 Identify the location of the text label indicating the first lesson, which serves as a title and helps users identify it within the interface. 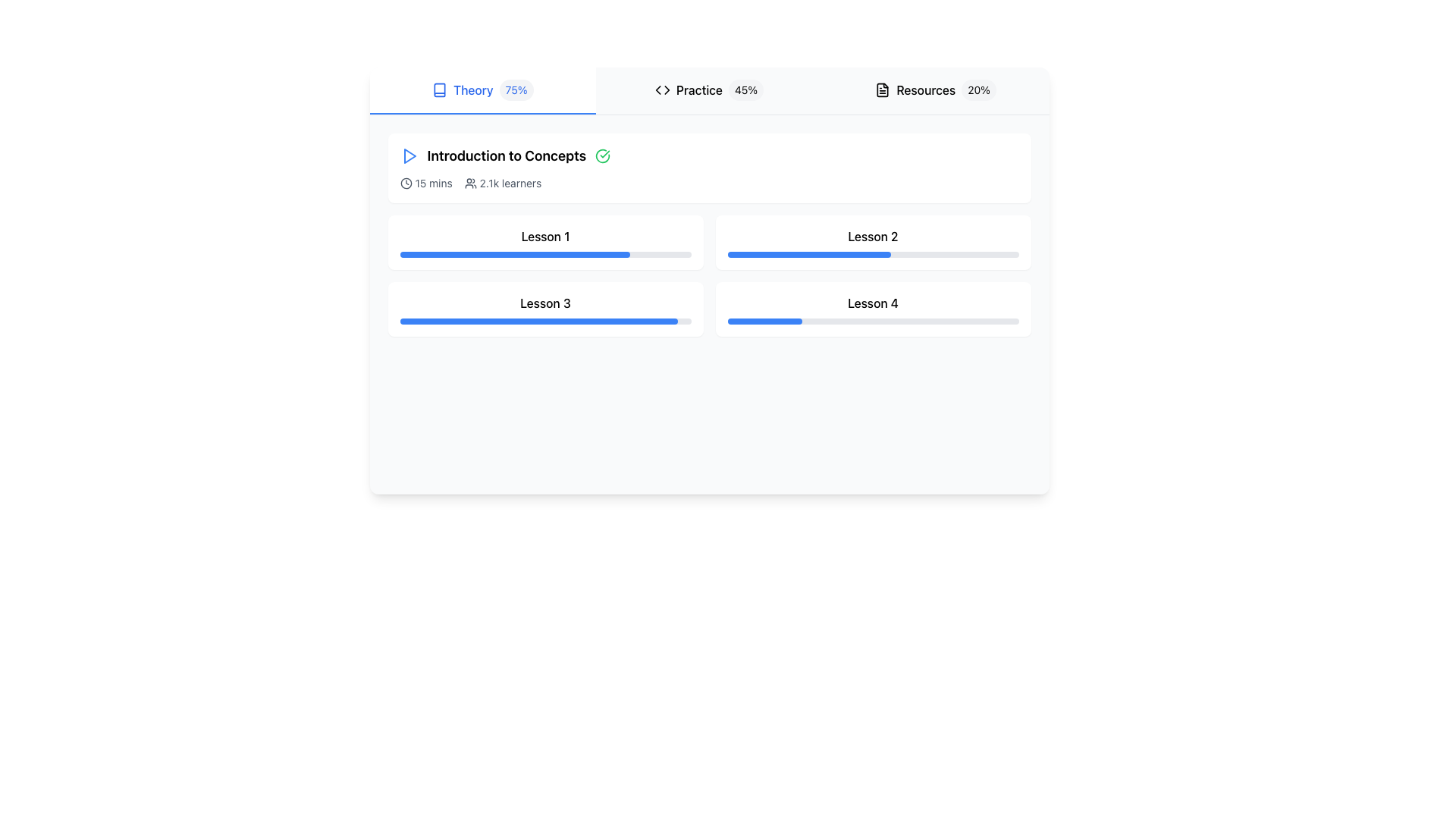
(545, 237).